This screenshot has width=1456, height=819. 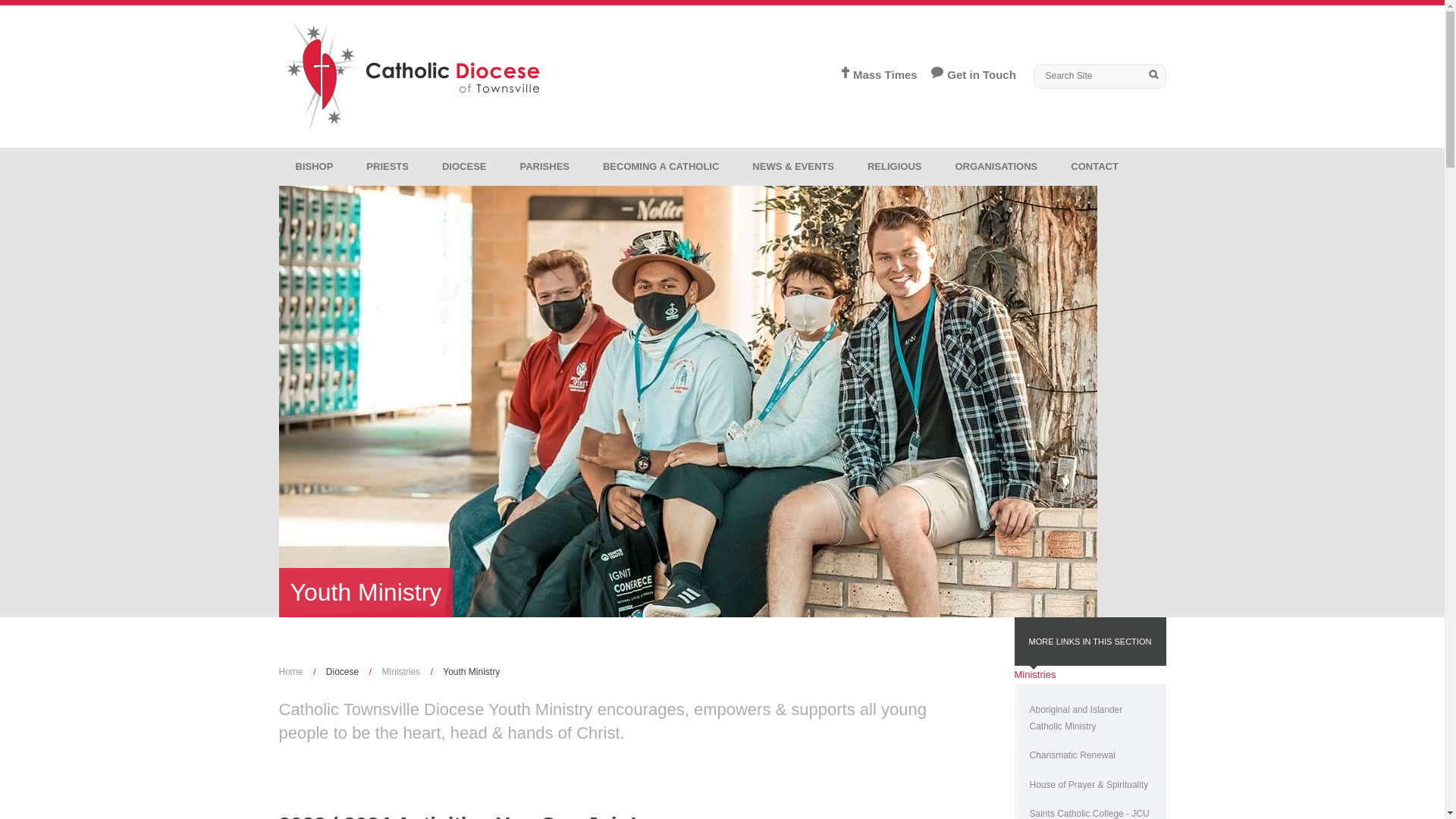 What do you see at coordinates (502, 166) in the screenshot?
I see `'PARISHES'` at bounding box center [502, 166].